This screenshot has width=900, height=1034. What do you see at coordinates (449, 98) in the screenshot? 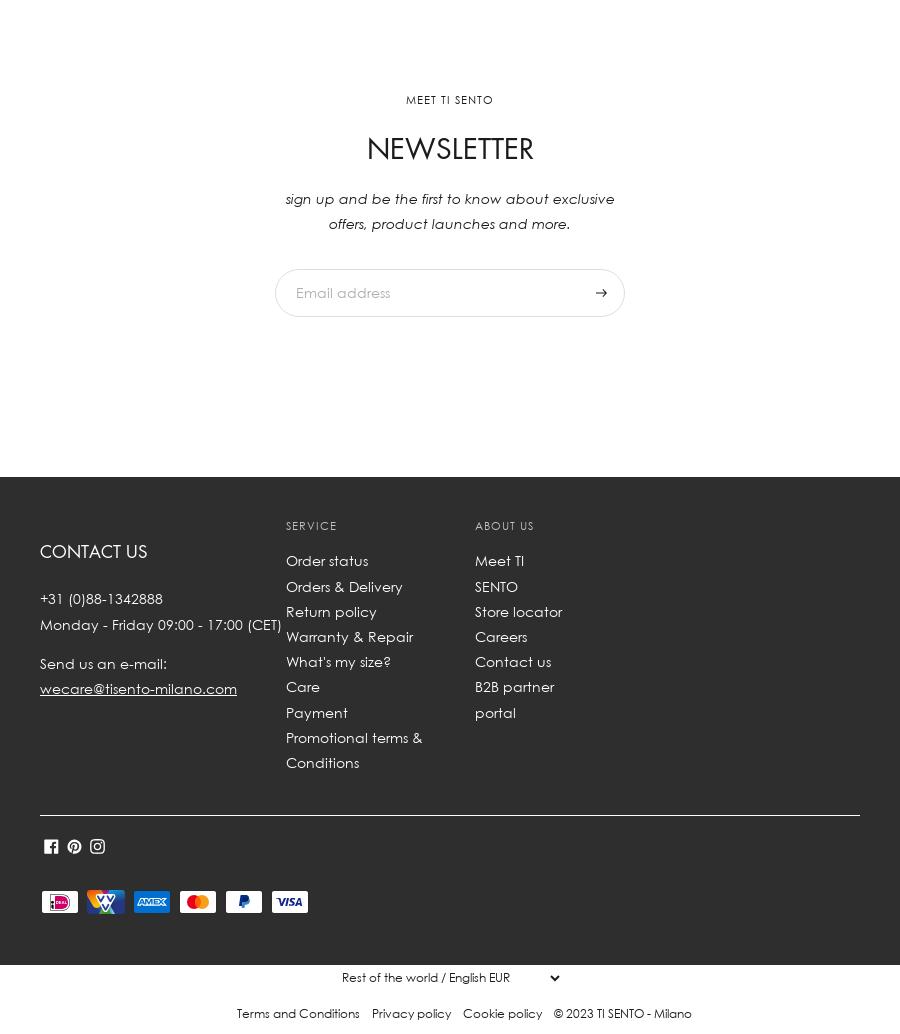
I see `'MEET TI SENTO'` at bounding box center [449, 98].